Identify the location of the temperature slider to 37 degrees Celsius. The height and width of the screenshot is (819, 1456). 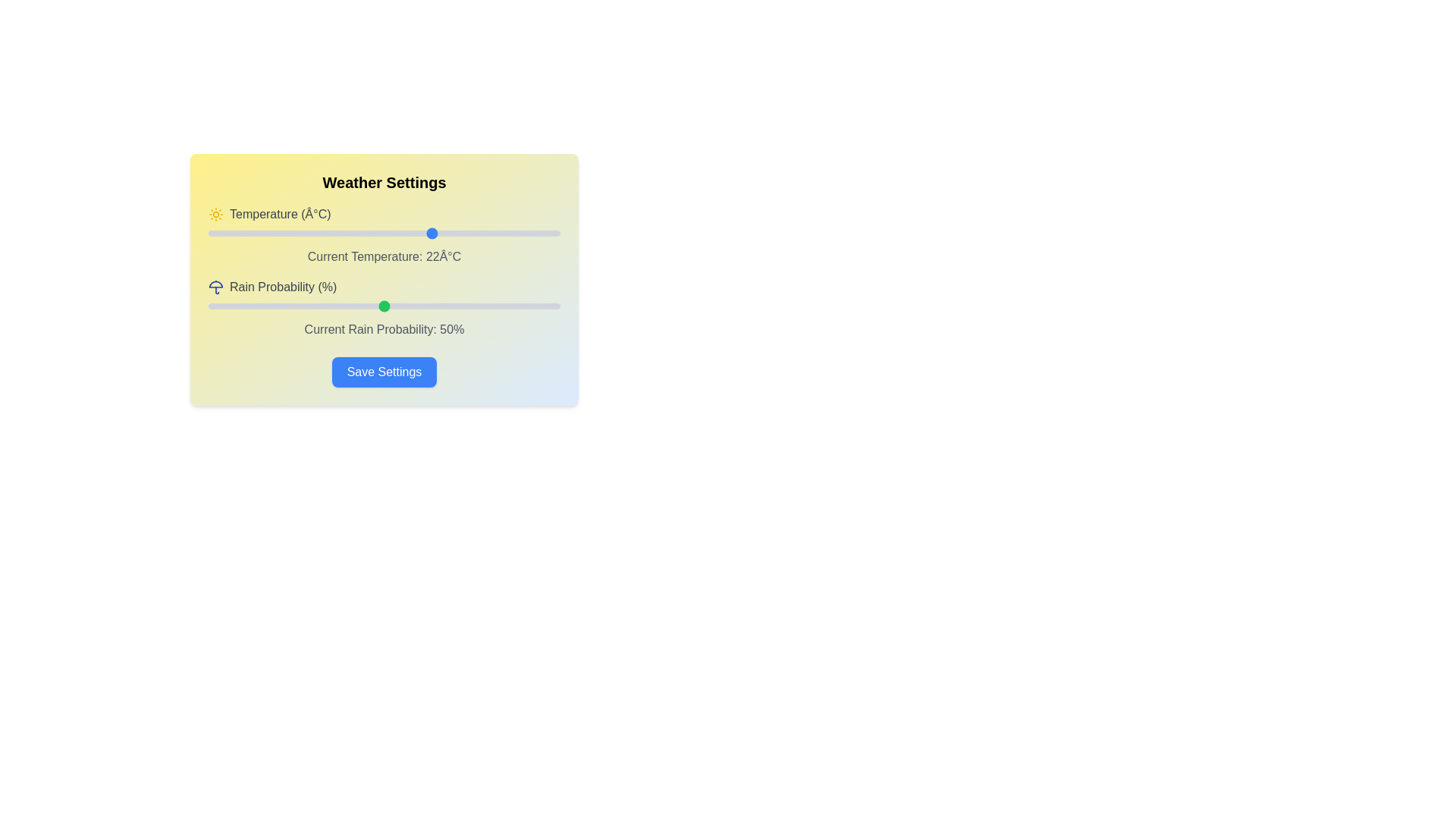
(539, 234).